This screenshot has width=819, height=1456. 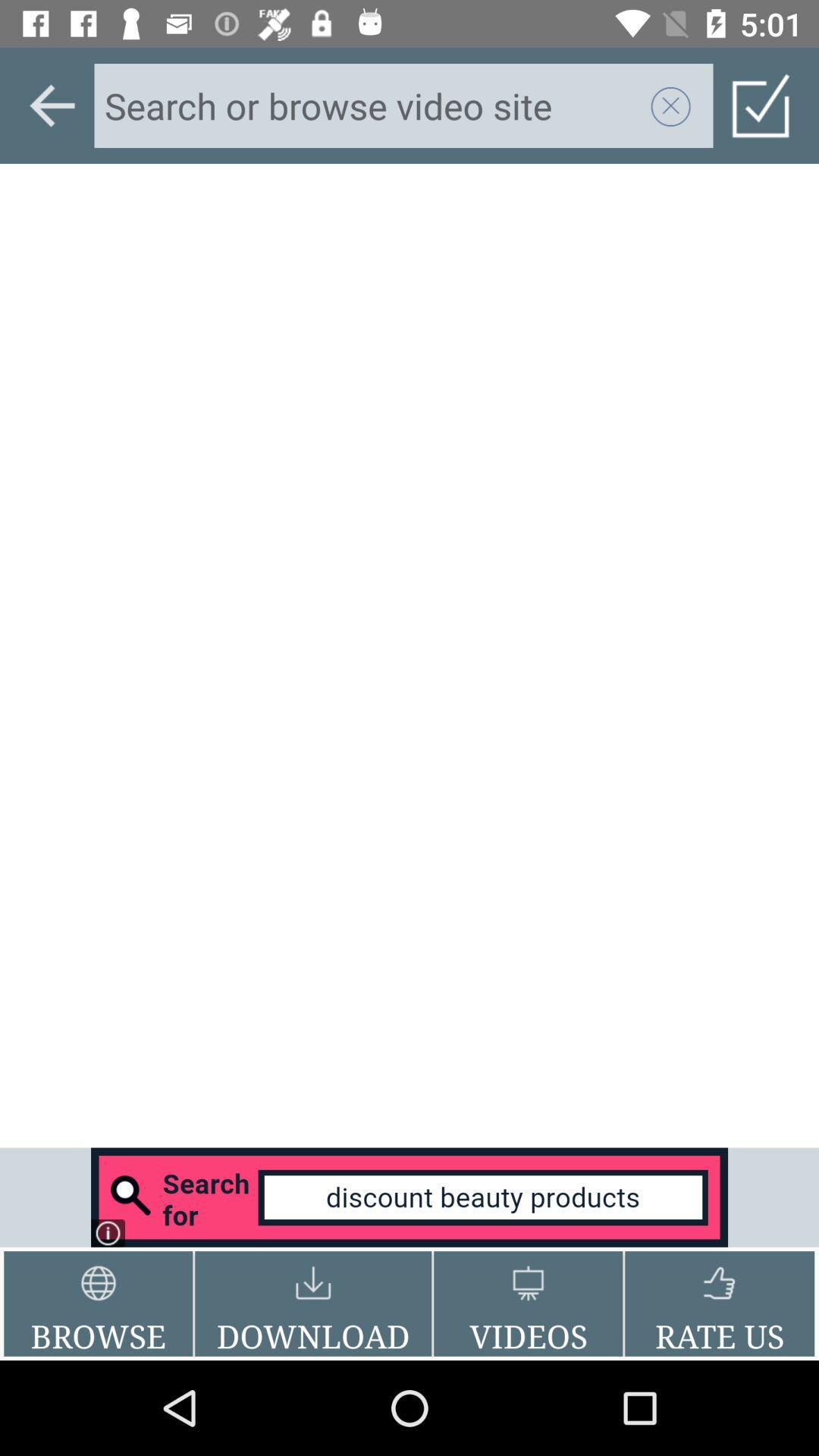 What do you see at coordinates (761, 105) in the screenshot?
I see `the check icon` at bounding box center [761, 105].